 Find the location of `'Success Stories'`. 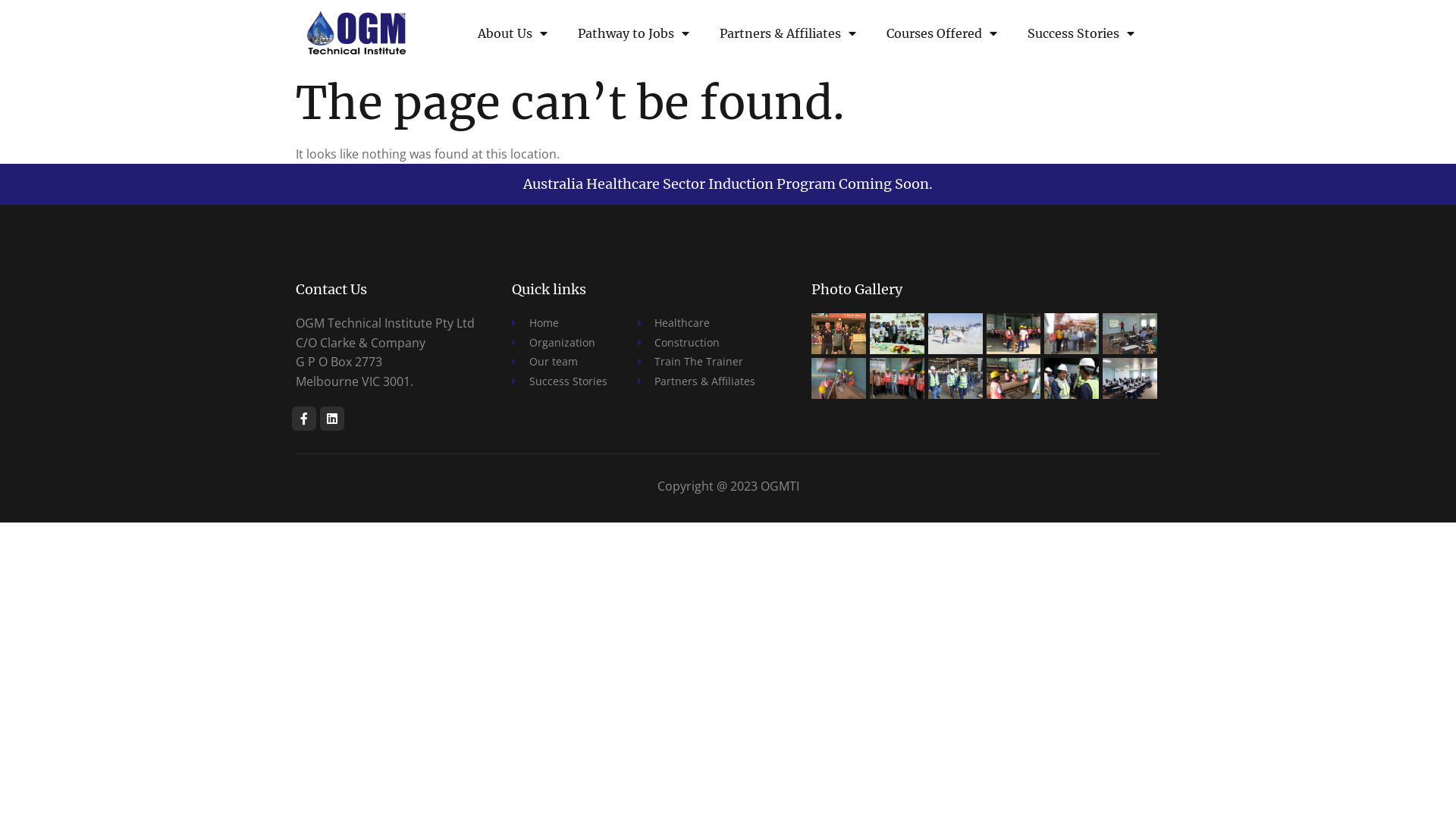

'Success Stories' is located at coordinates (1012, 33).